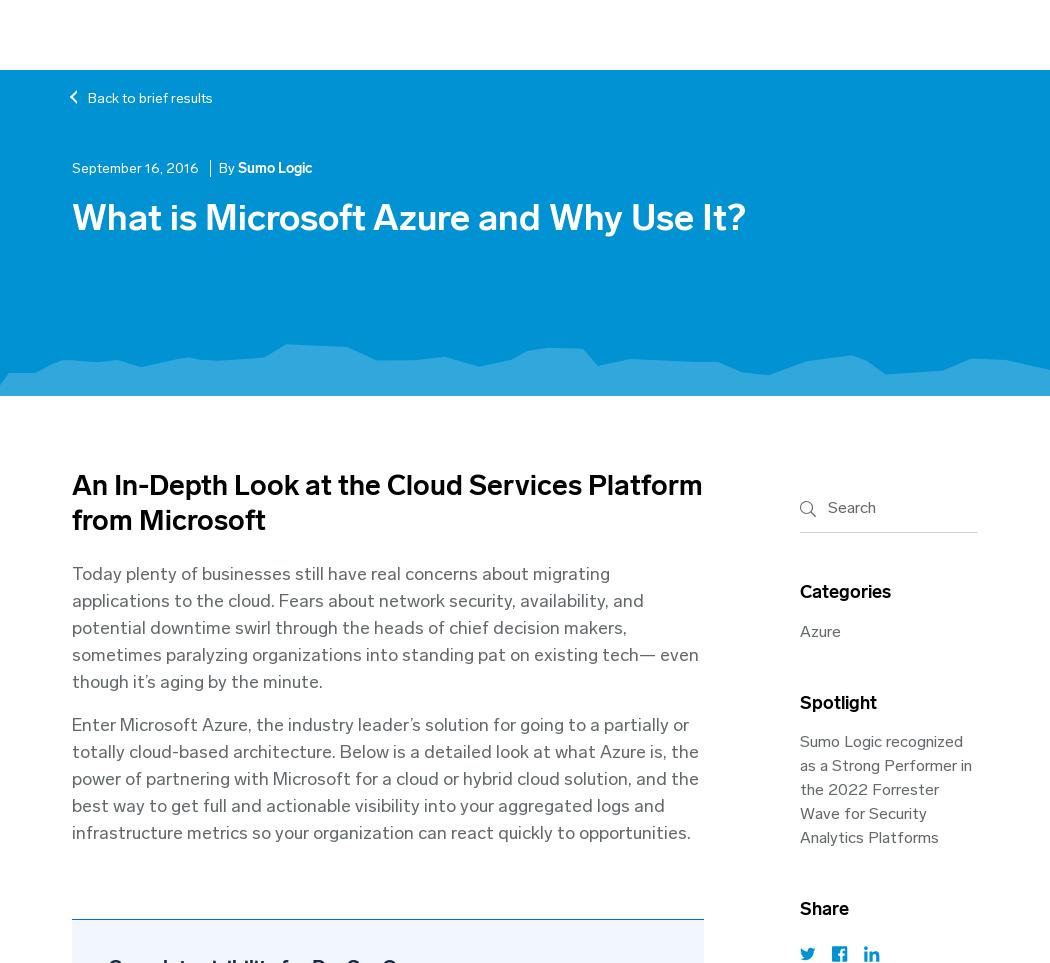 The image size is (1050, 963). What do you see at coordinates (108, 502) in the screenshot?
I see `'December 15, 2021'` at bounding box center [108, 502].